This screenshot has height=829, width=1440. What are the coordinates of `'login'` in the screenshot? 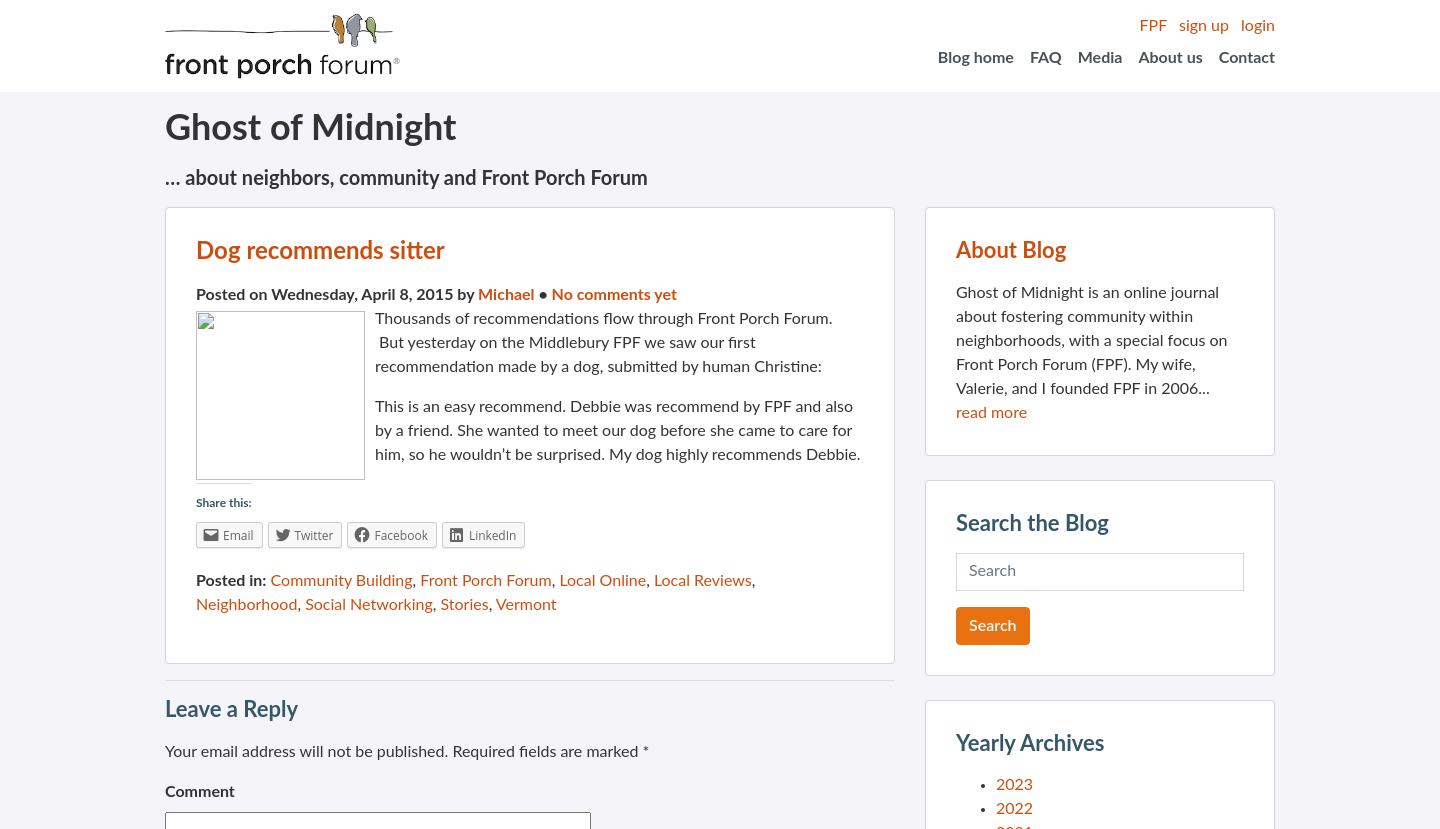 It's located at (1256, 26).